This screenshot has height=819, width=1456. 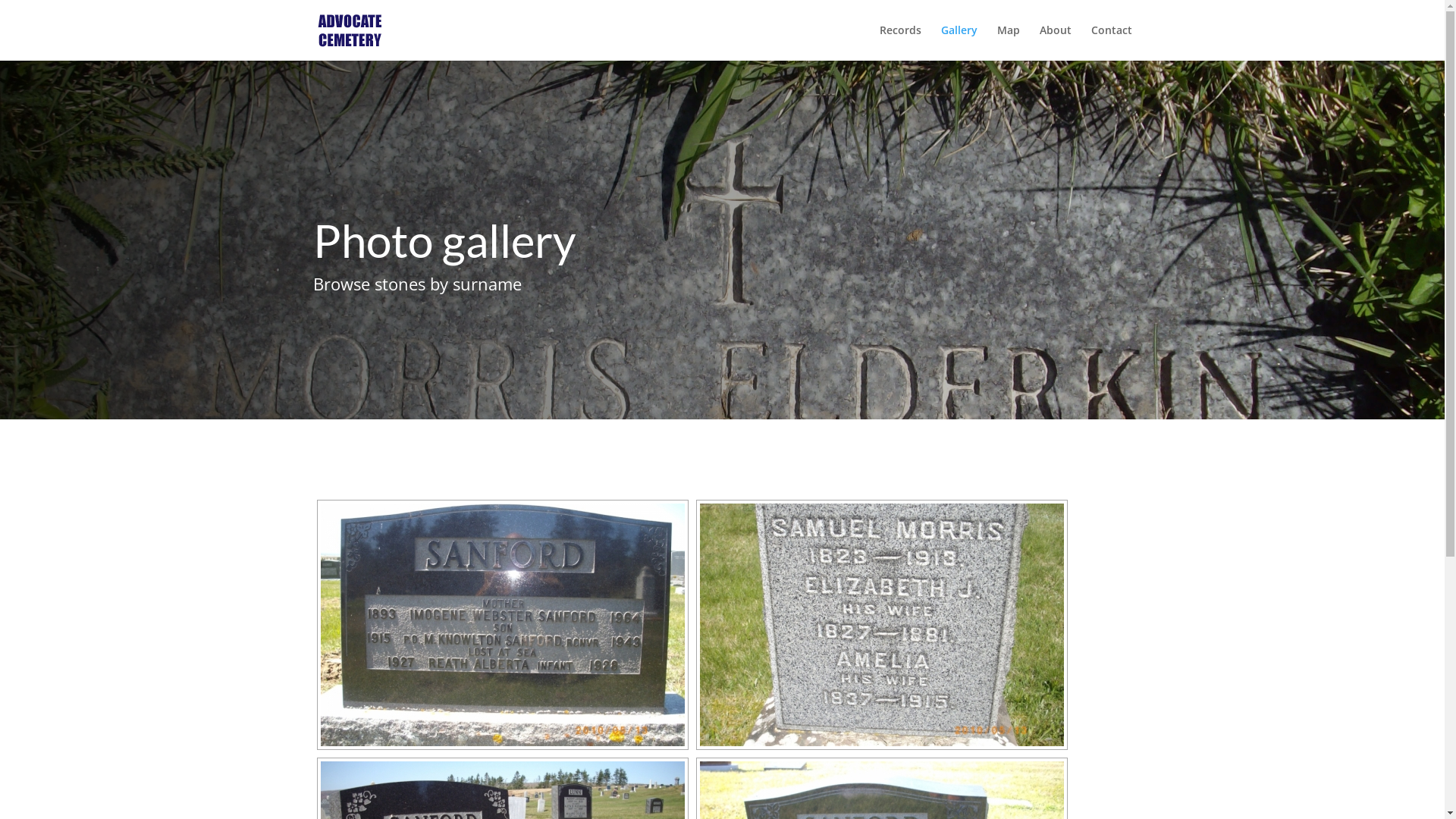 I want to click on 'Map', so click(x=1008, y=42).